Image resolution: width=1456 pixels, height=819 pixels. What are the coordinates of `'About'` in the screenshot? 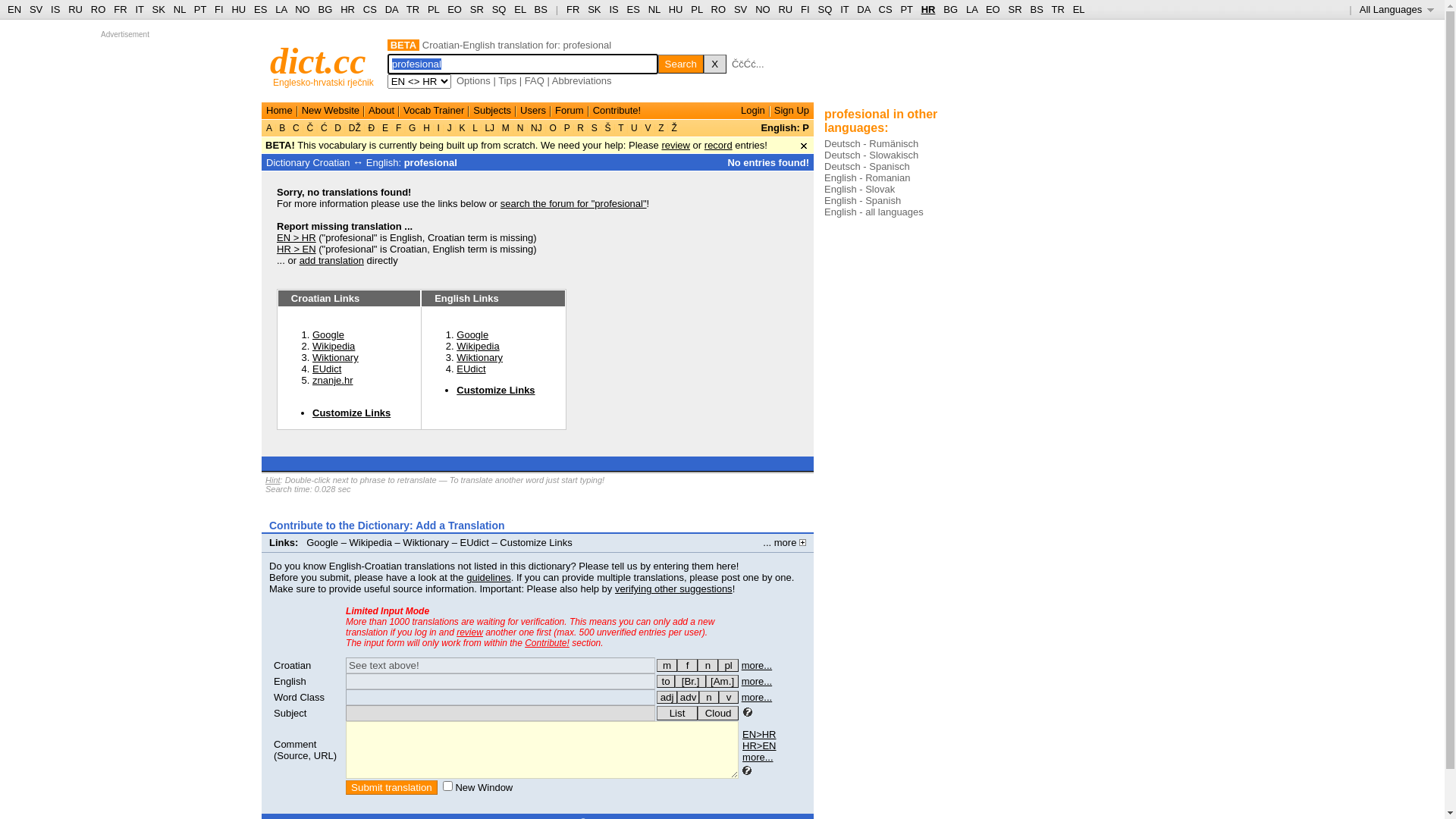 It's located at (381, 109).